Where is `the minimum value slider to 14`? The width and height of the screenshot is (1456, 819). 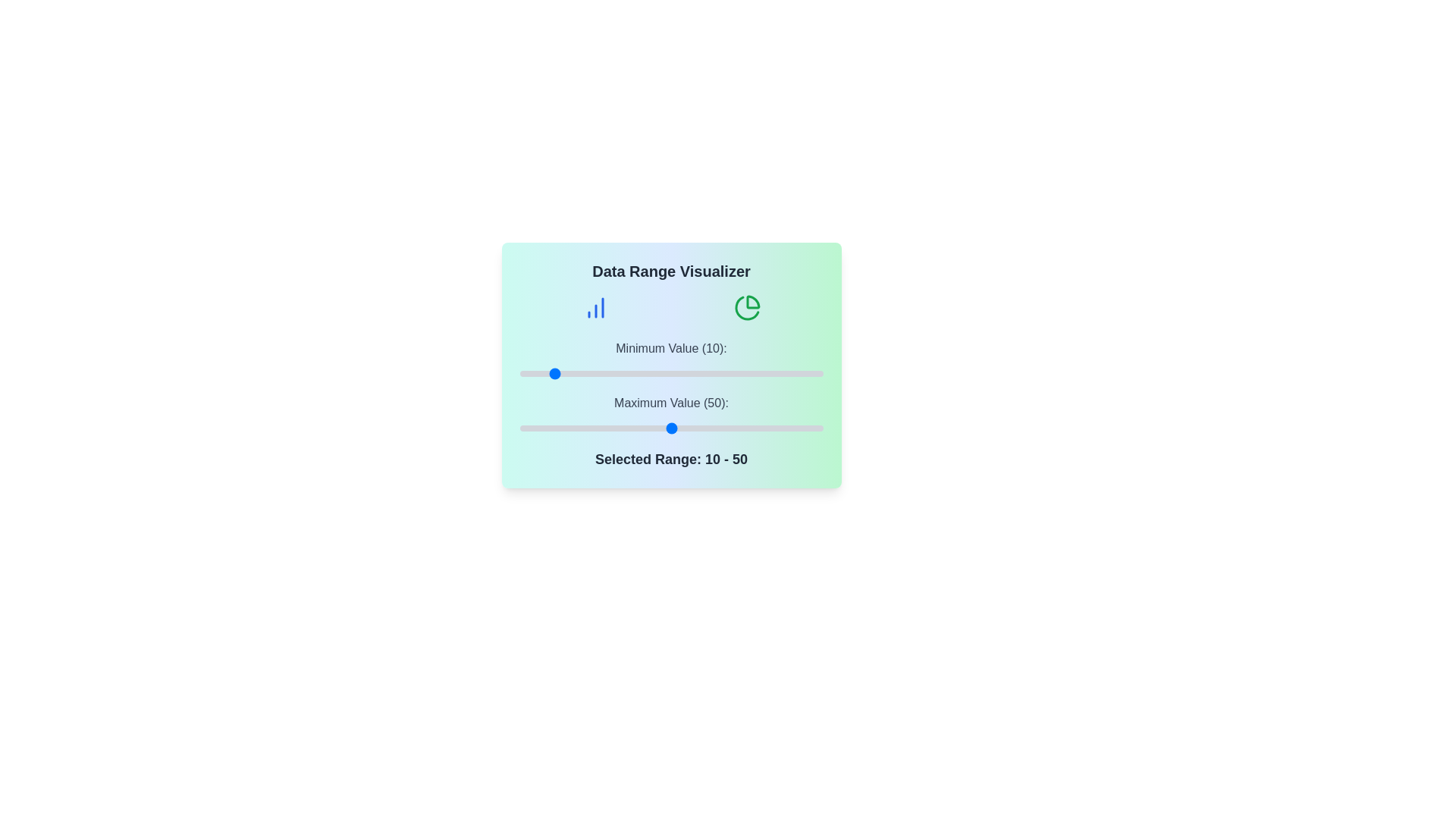 the minimum value slider to 14 is located at coordinates (561, 374).